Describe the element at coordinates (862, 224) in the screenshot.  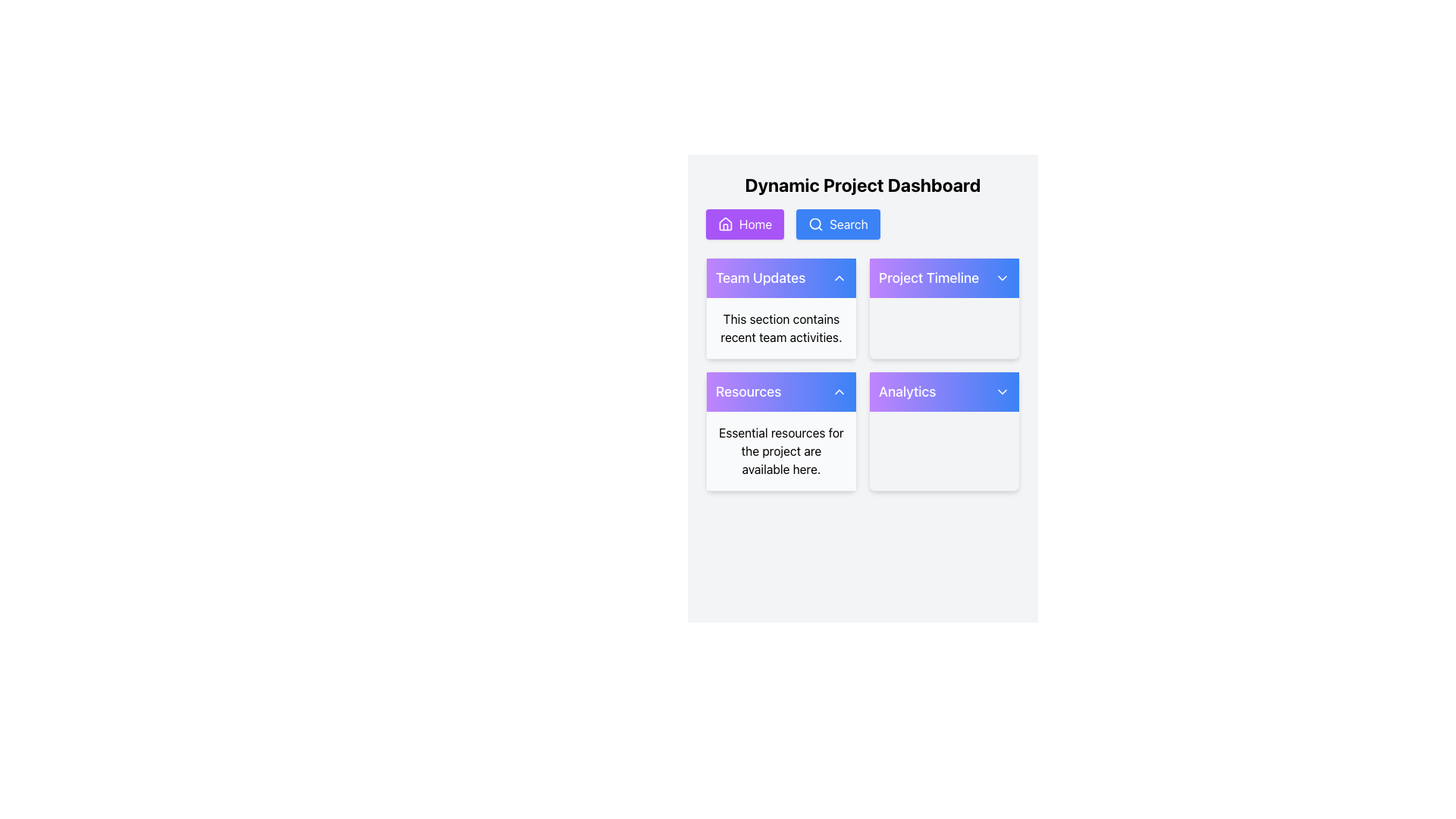
I see `the 'Search' button in the Navigational Button Group located beneath the 'Dynamic Project Dashboard' header` at that location.